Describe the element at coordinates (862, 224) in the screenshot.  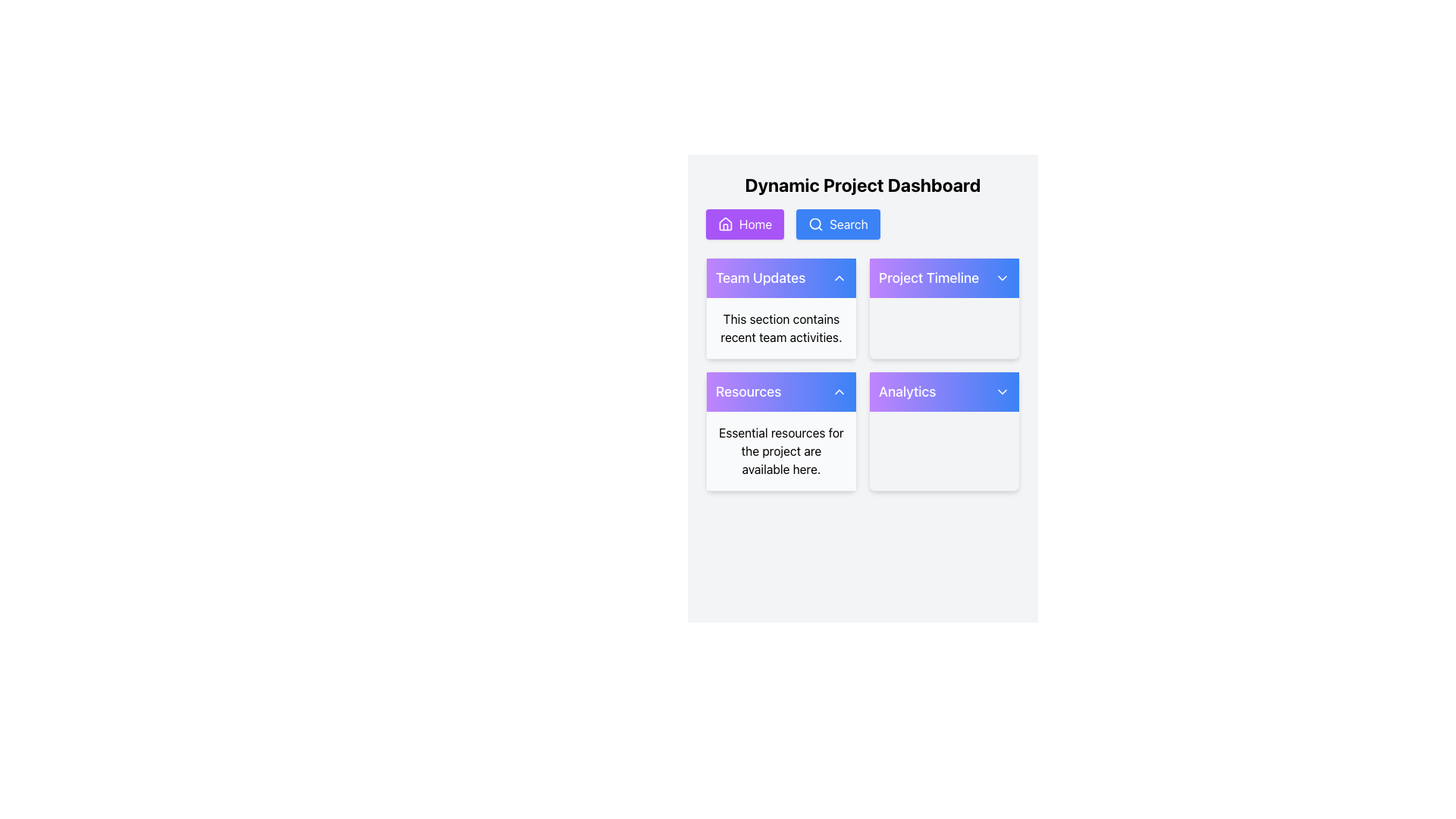
I see `the 'Search' button in the Navigational Button Group located beneath the 'Dynamic Project Dashboard' header` at that location.